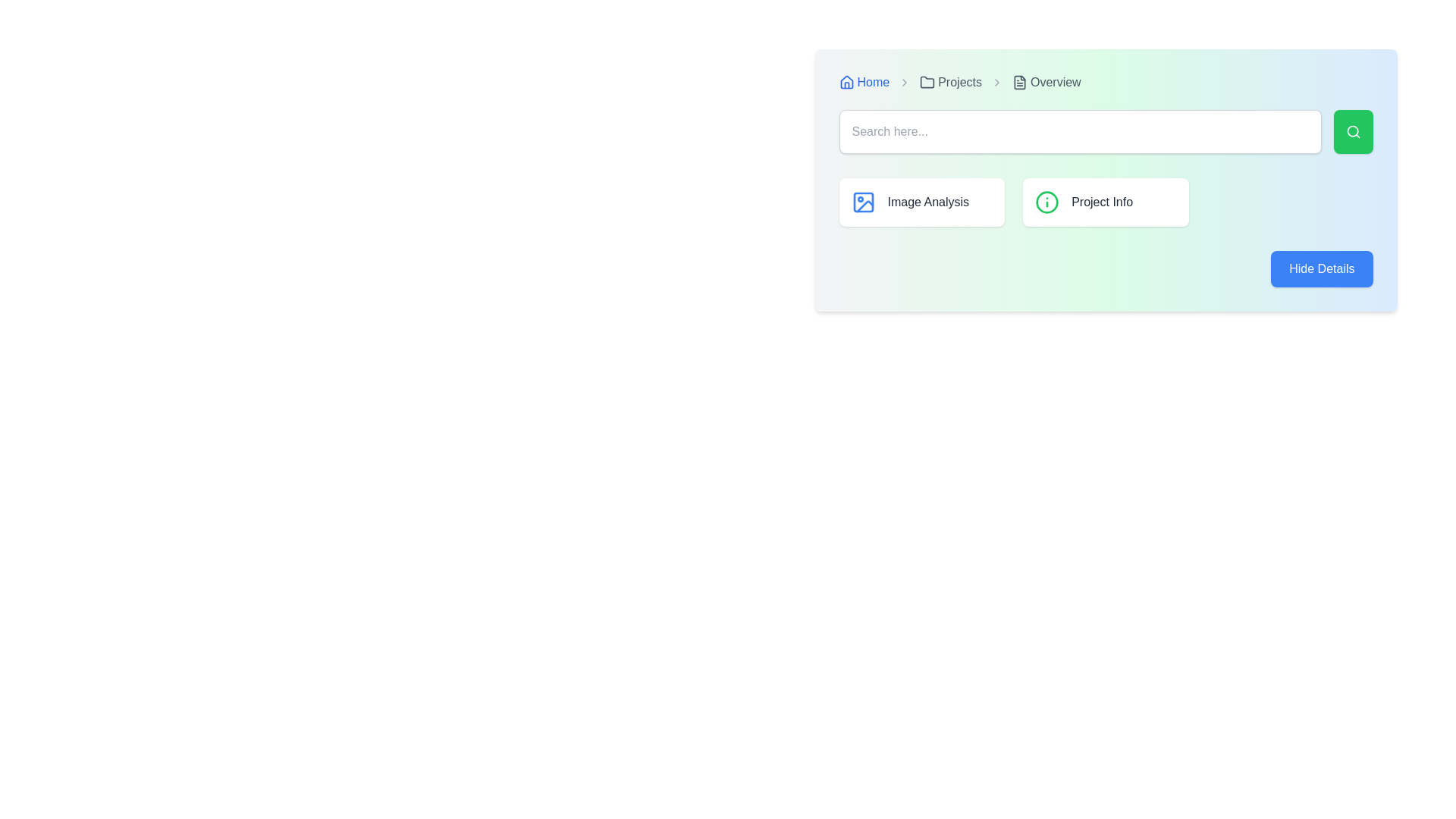  I want to click on the static label with the text 'Projects' that is styled in gray and includes a folder icon, positioned as the third item in the breadcrumb navigation structure, so click(950, 82).